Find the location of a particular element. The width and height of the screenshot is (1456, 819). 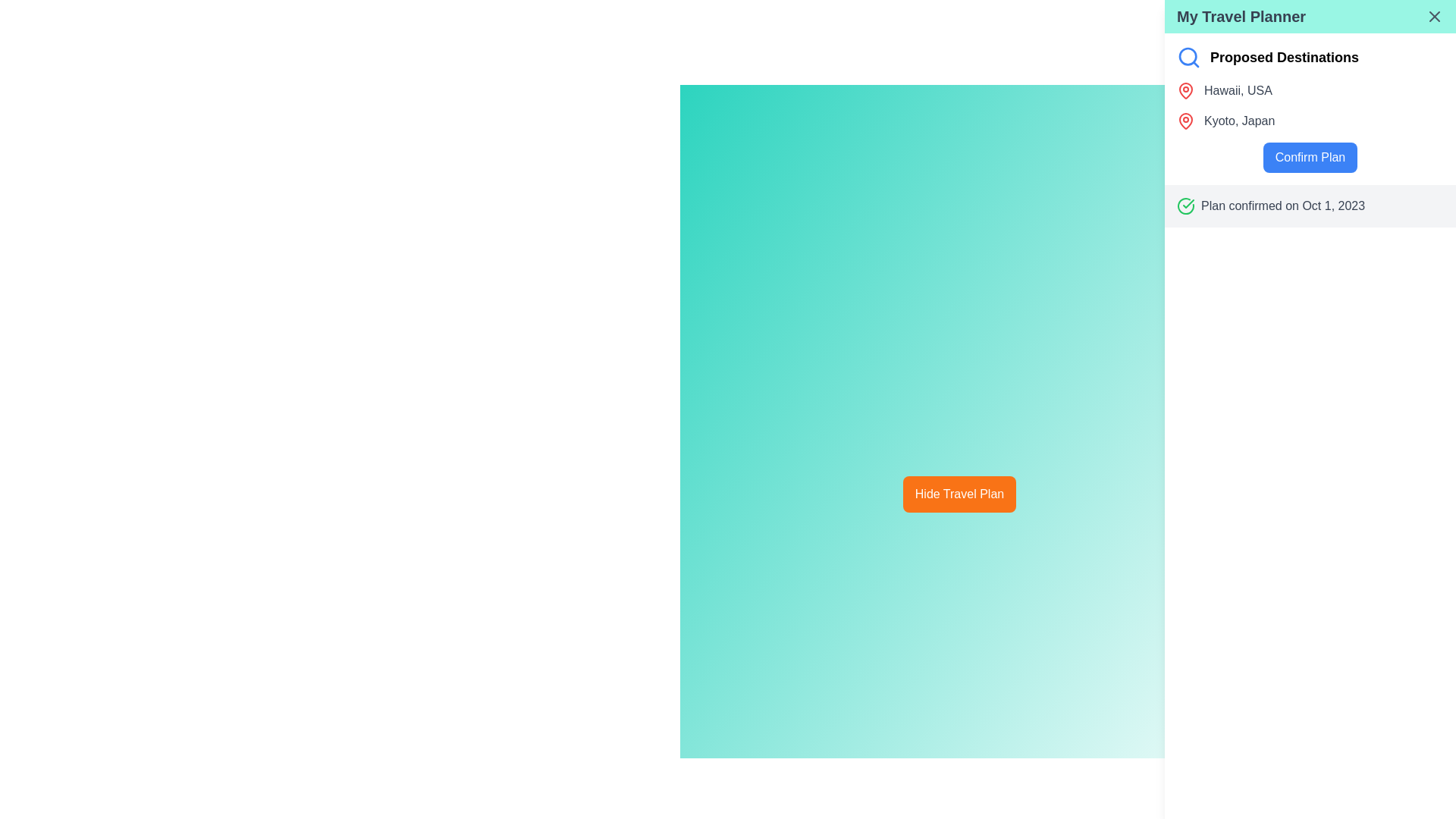

the header label 'Proposed Destinations' located at the top of the right-hand side panel 'My Travel Planner', which features a blue magnifying glass icon next to it is located at coordinates (1310, 57).